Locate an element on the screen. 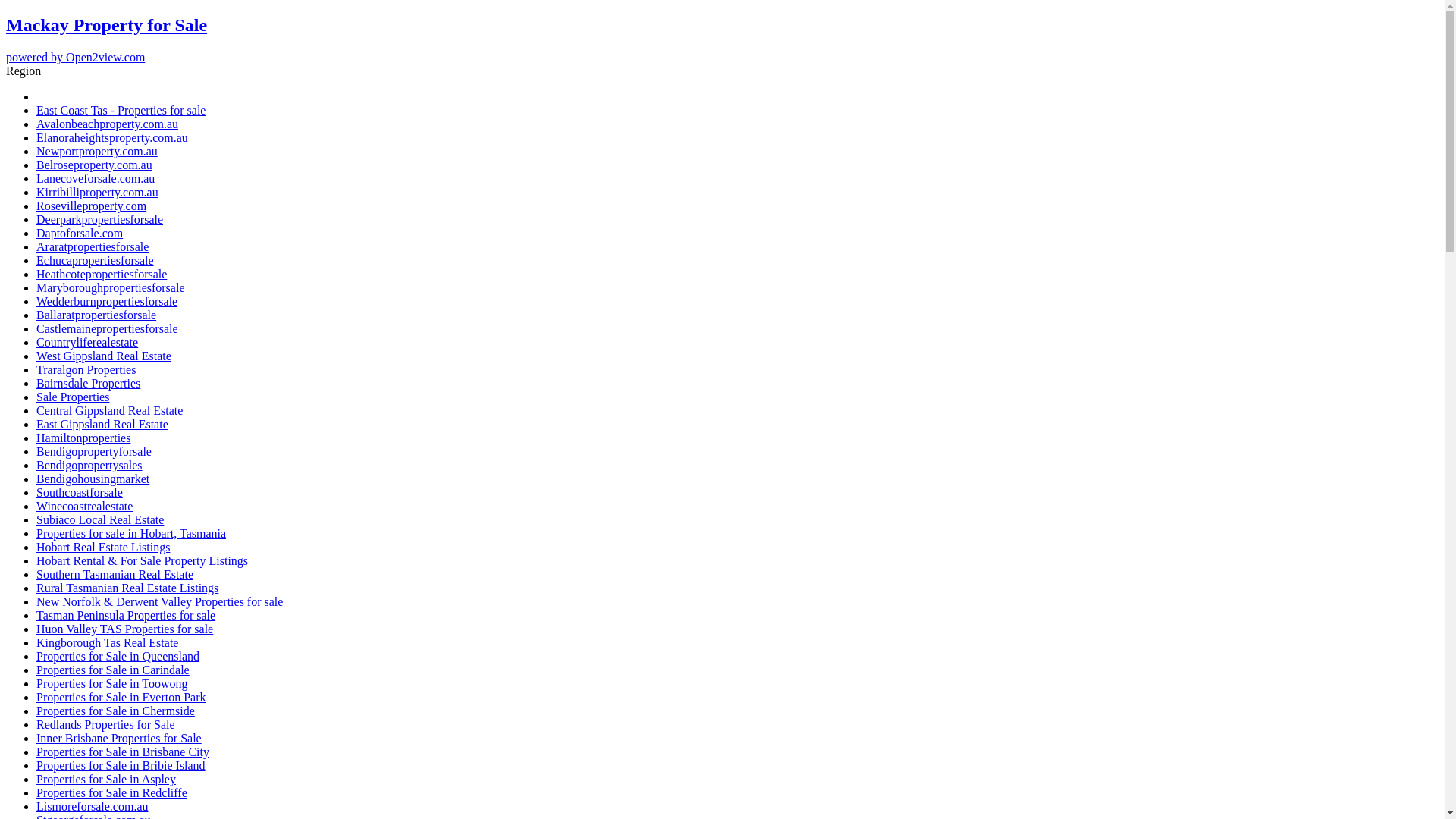 The width and height of the screenshot is (1456, 819). 'Castlemainepropertiesforsale' is located at coordinates (36, 328).